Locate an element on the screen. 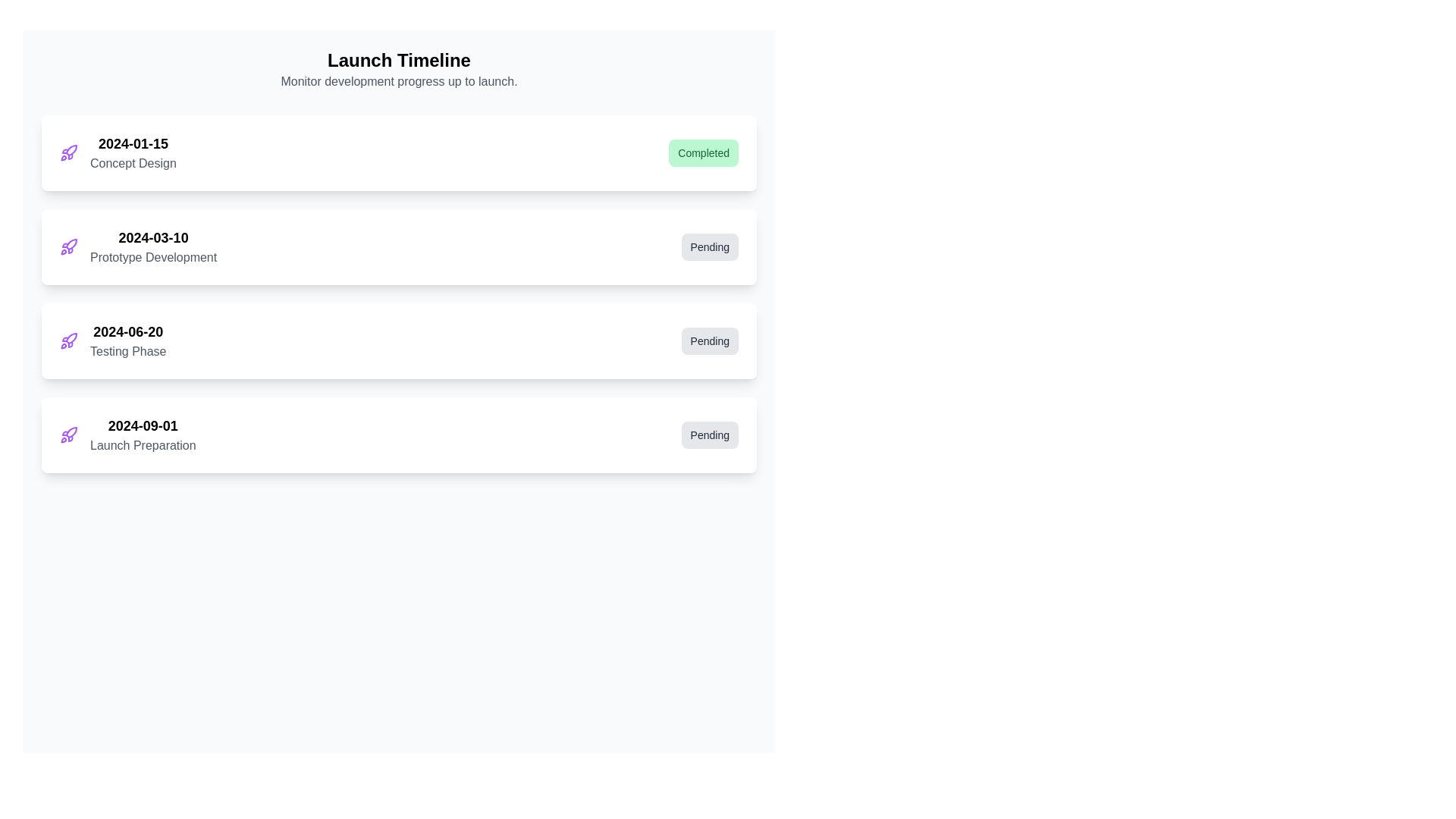 The width and height of the screenshot is (1456, 819). the milestone event label 'Launch Preparation' scheduled for 2024-09-01, which is the fourth element in a vertically stacked timeline layout is located at coordinates (143, 435).